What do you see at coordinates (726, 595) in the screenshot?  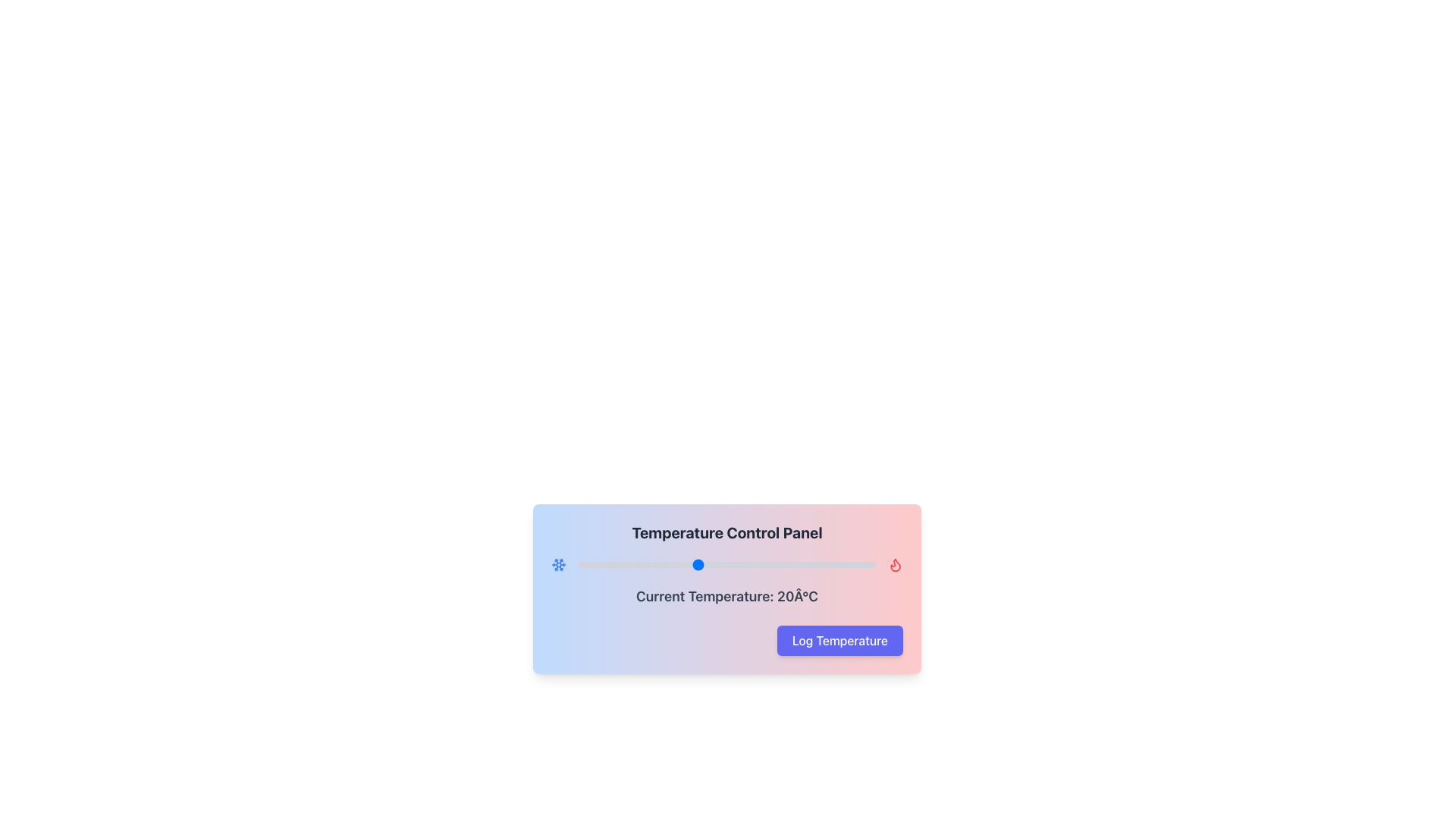 I see `the text label displaying 'Current Temperature: 20°C', which is centrally aligned in the 'Temperature Control Panel' and located above the 'Log Temperature' button` at bounding box center [726, 595].